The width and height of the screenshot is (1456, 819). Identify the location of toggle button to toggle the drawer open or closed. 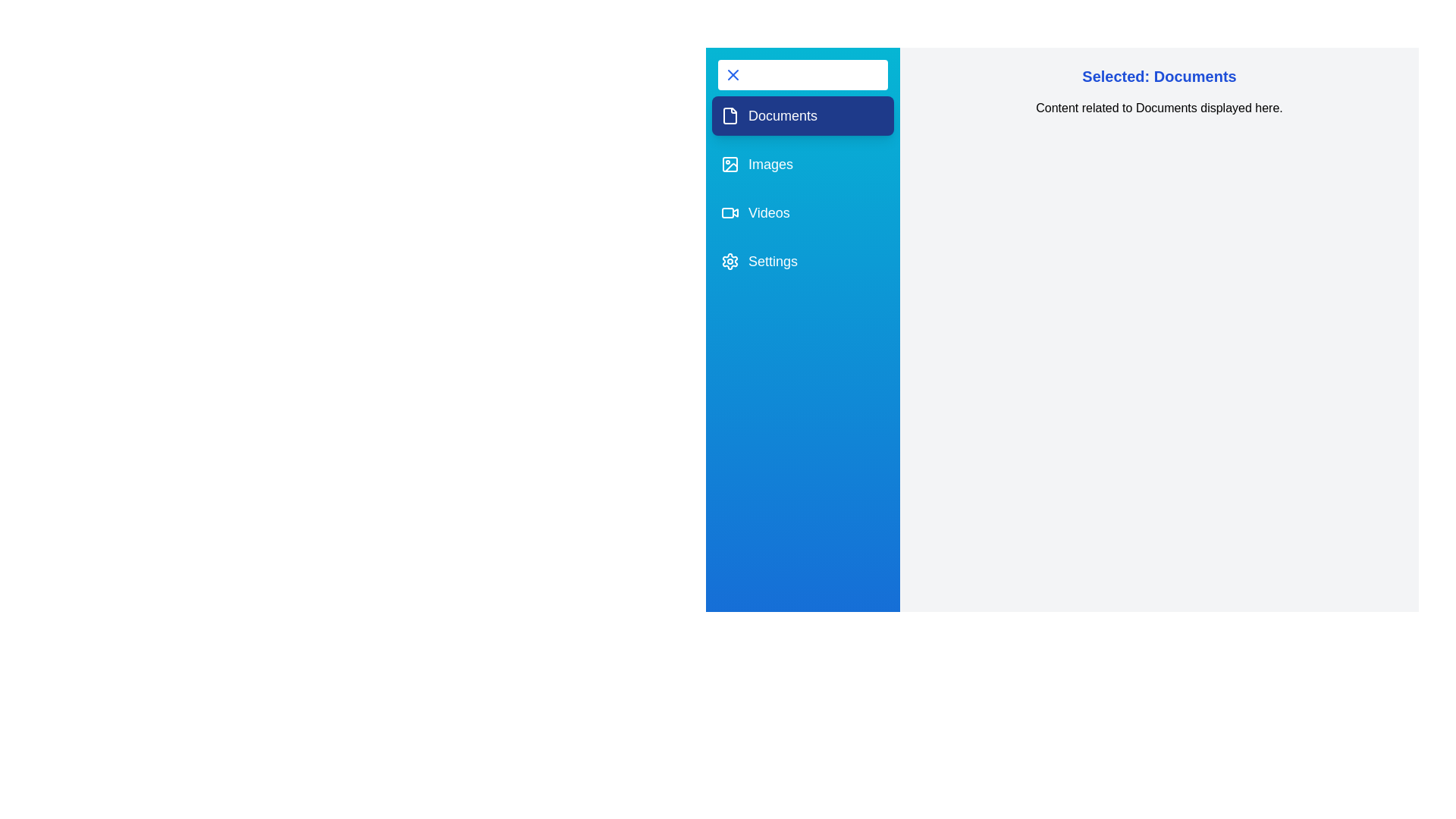
(802, 75).